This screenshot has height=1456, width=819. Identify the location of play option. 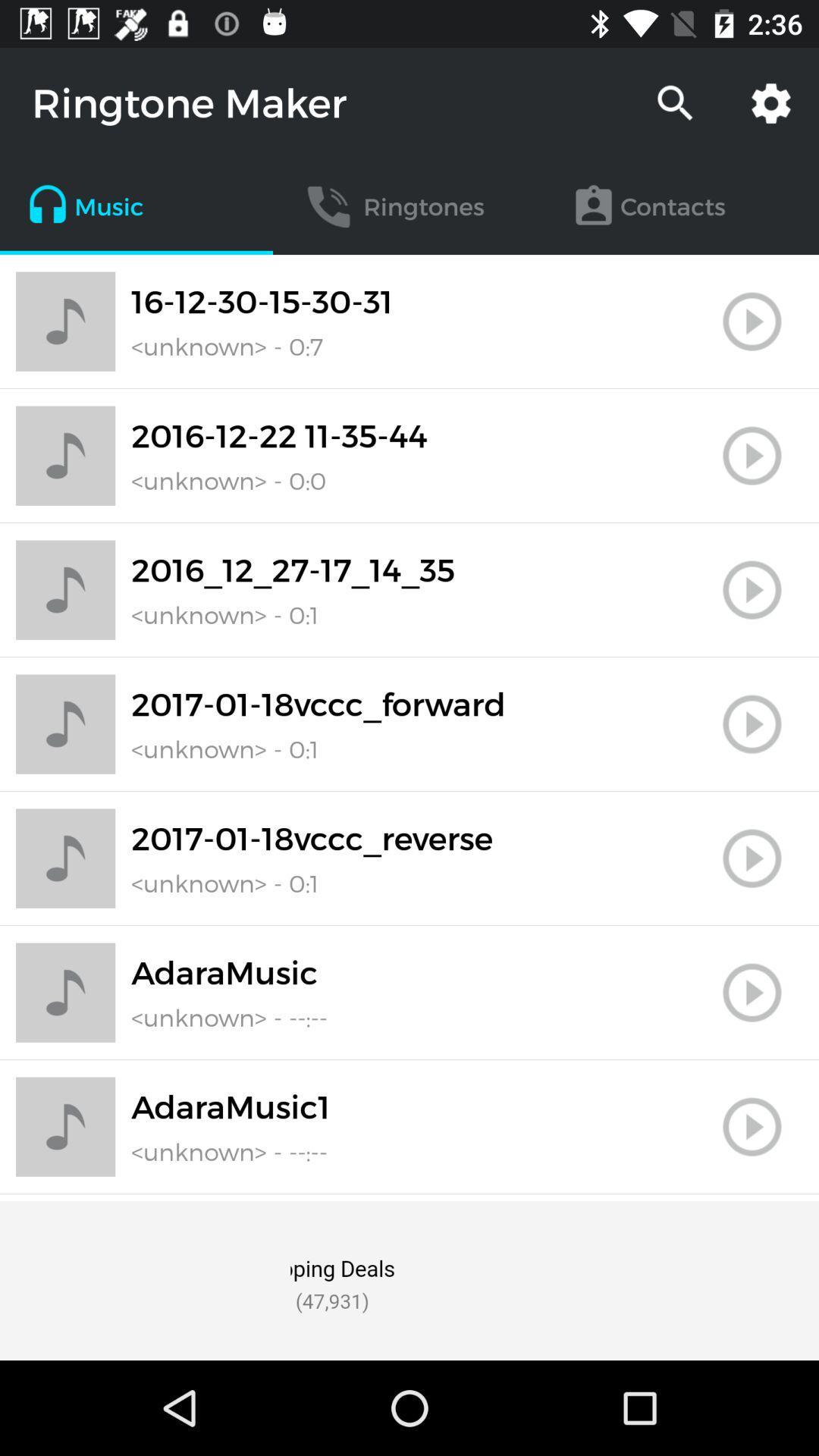
(752, 1127).